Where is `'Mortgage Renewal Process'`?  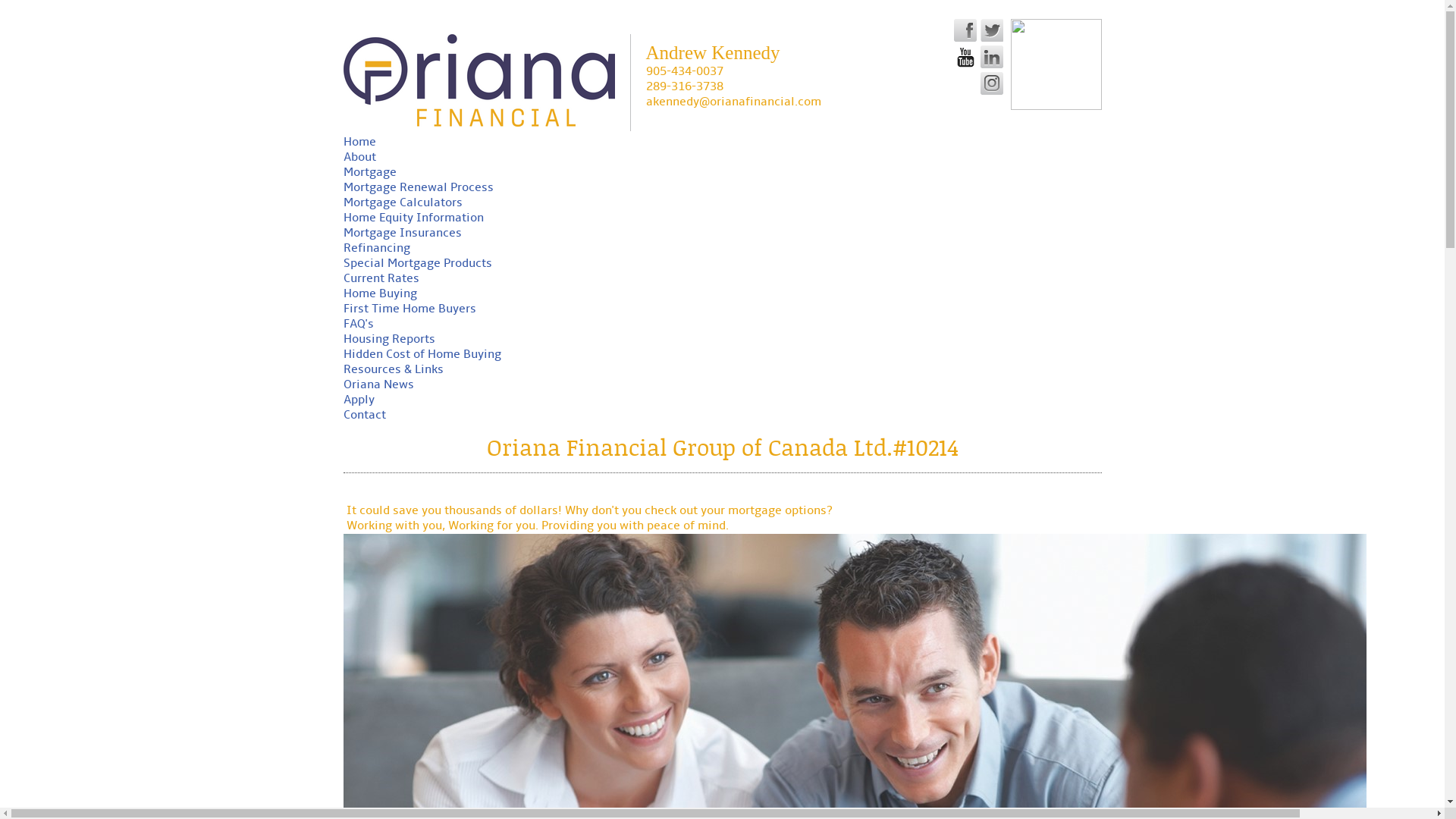 'Mortgage Renewal Process' is located at coordinates (341, 187).